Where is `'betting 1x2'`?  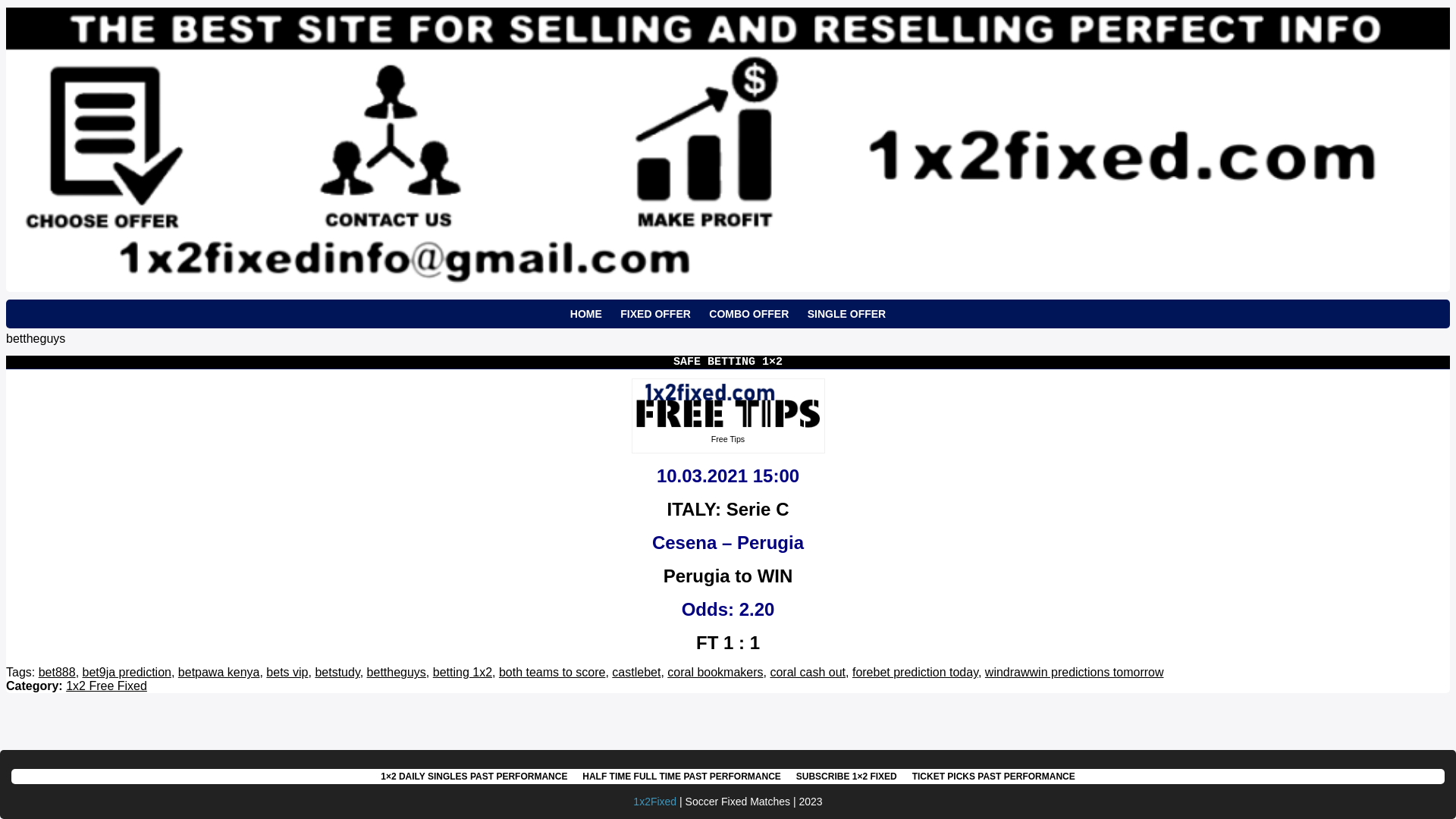 'betting 1x2' is located at coordinates (461, 671).